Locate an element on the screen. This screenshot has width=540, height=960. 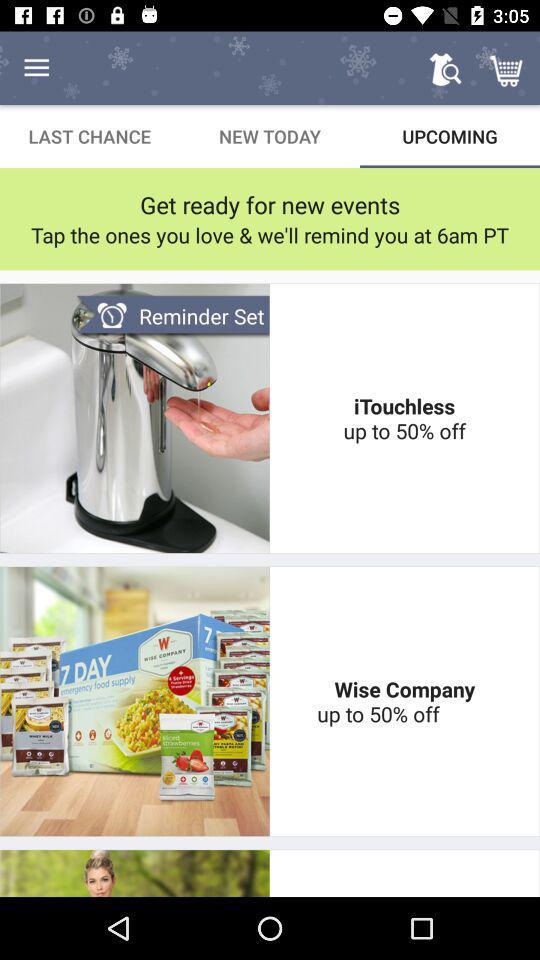
icon below the get ready for is located at coordinates (270, 235).